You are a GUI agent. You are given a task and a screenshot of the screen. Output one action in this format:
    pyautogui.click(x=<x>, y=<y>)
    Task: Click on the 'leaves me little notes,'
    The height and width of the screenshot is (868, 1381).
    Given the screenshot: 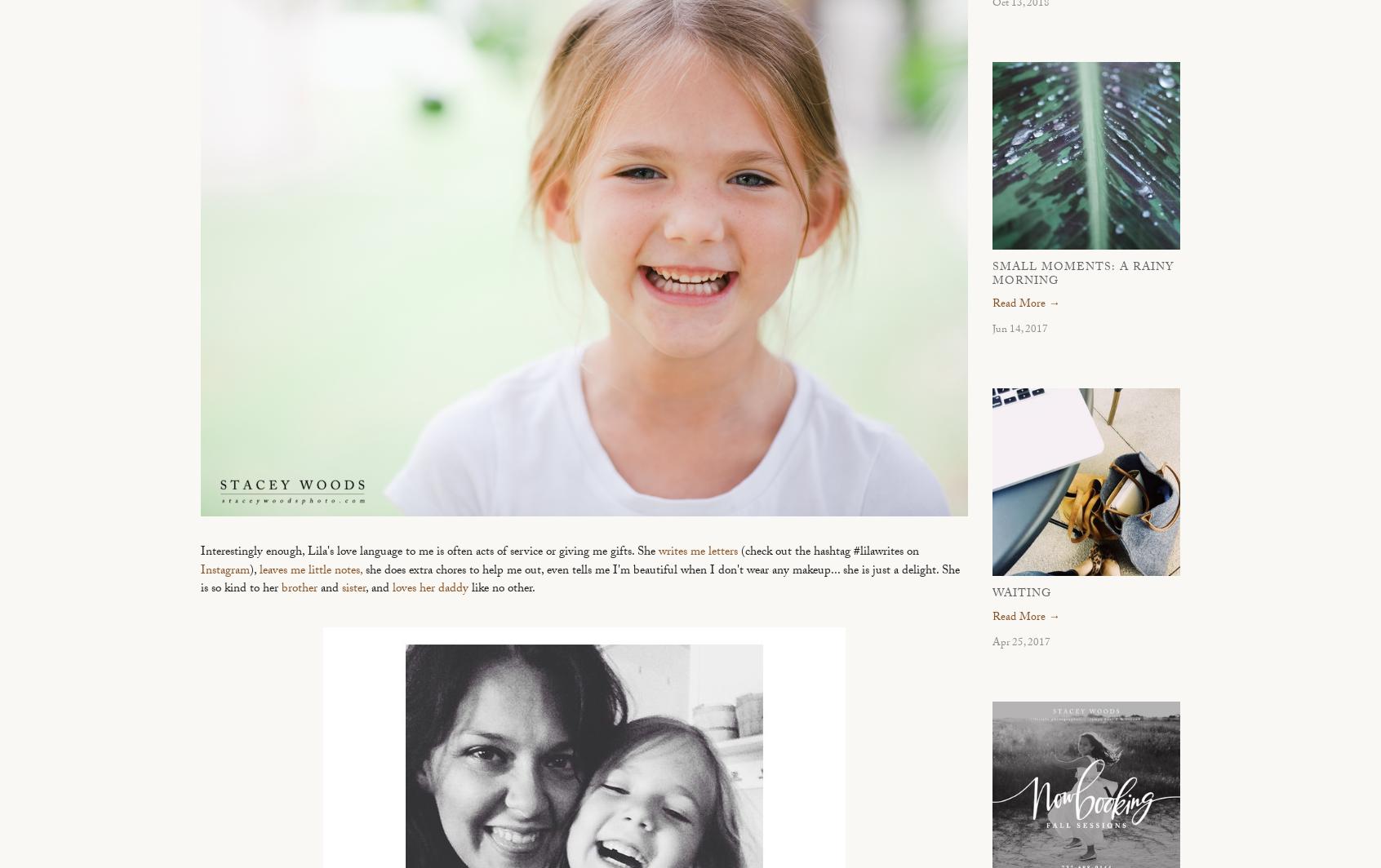 What is the action you would take?
    pyautogui.click(x=311, y=571)
    